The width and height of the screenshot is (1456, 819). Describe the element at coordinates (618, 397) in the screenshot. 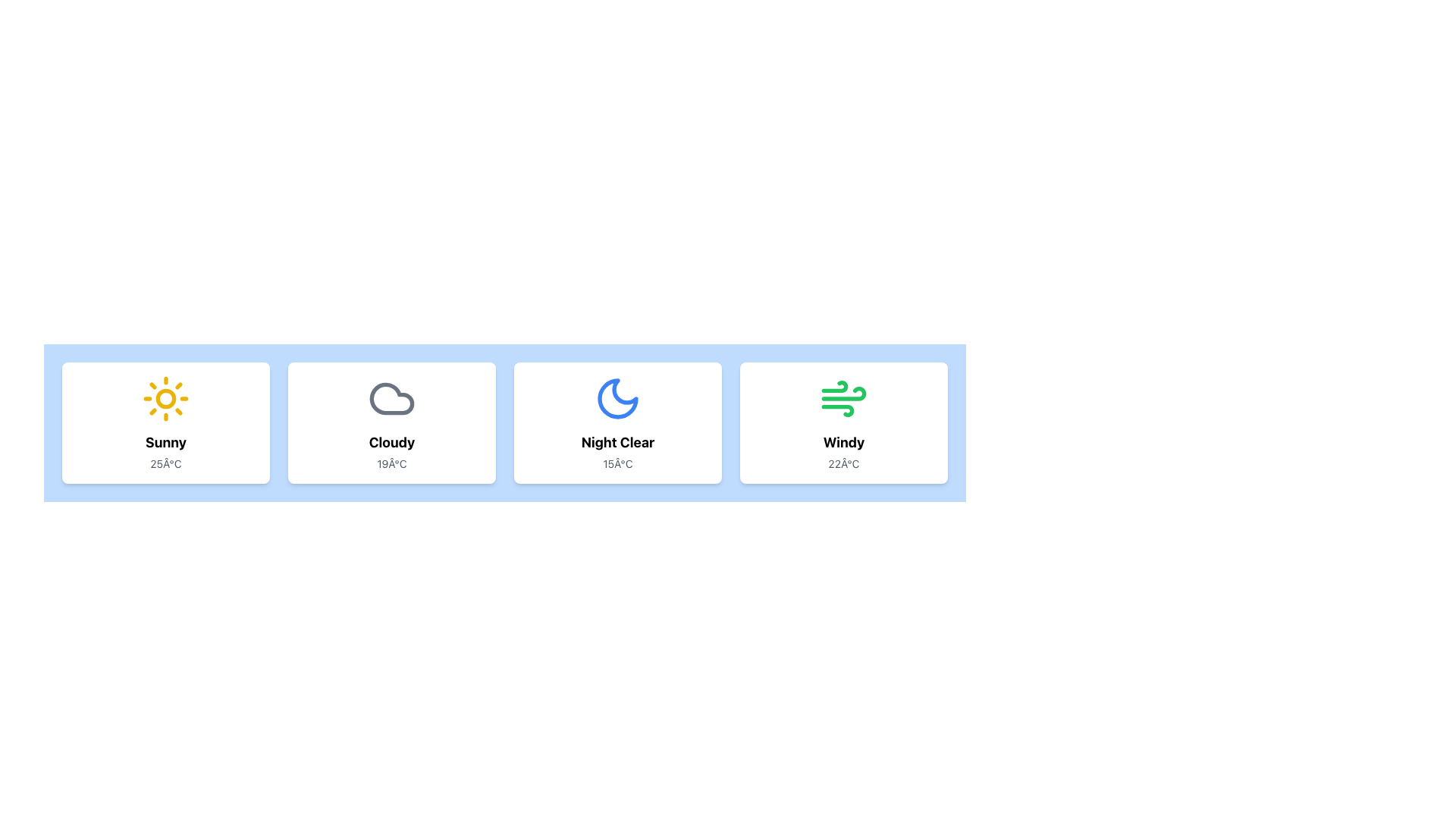

I see `the 'Night Clear' status icon, which is centered in the third card of a horizontal grid of four cards in a weather application` at that location.